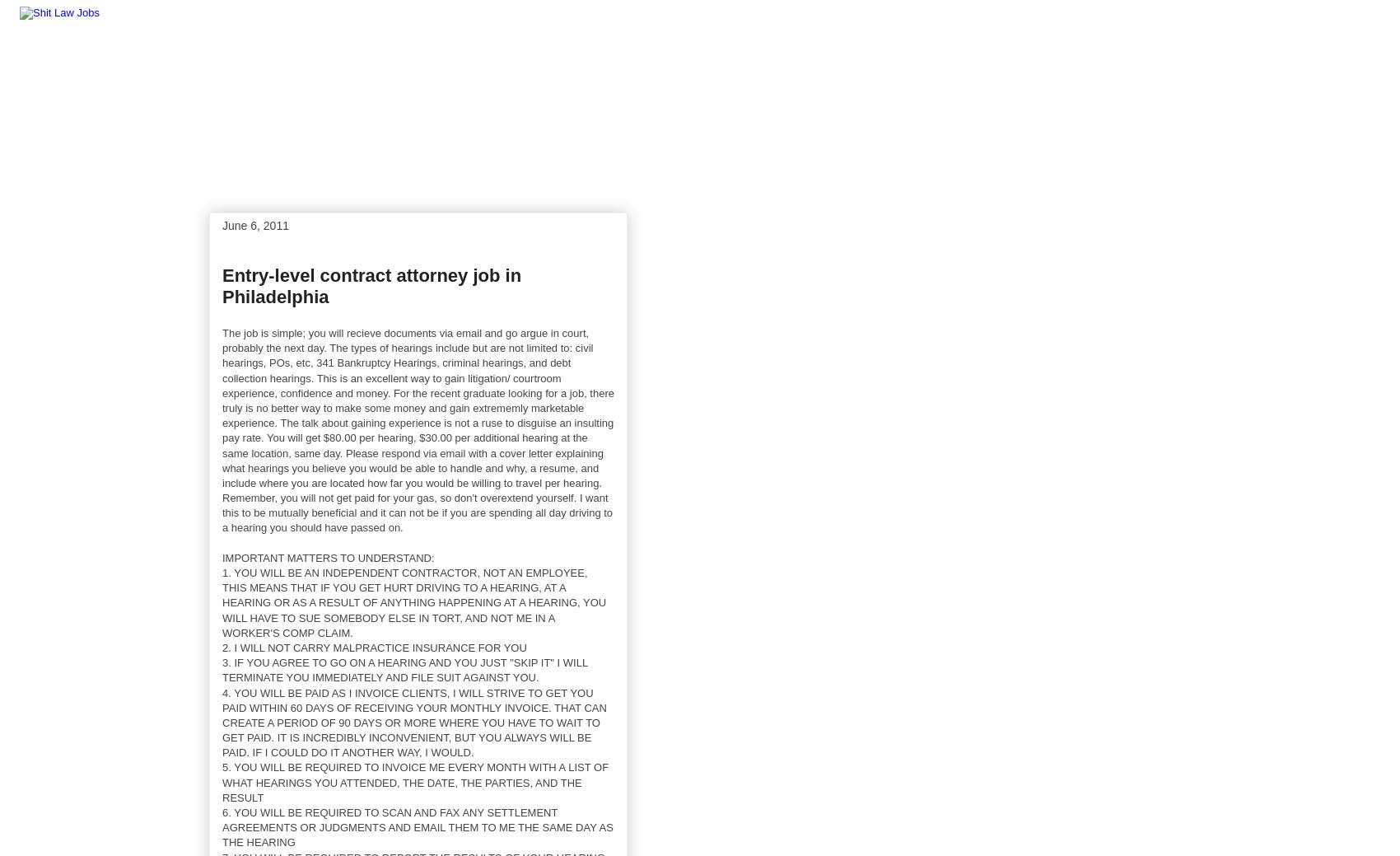 The image size is (1400, 856). Describe the element at coordinates (414, 723) in the screenshot. I see `'4. YOU WILL BE PAID AS I INVOICE CLIENTS, I WILL STRIVE TO GET YOU PAID WITHIN 60 DAYS OF RECEIVING YOUR MONTHLY INVOICE. THAT CAN CREATE A PERIOD OF 90 DAYS OR MORE WHERE YOU HAVE TO WAIT TO GET PAID. IT IS INCREDIBLY INCONVENIENT, BUT YOU ALWAYS WILL BE PAID. IF I COULD DO IT ANOTHER WAY, I WOULD.'` at that location.